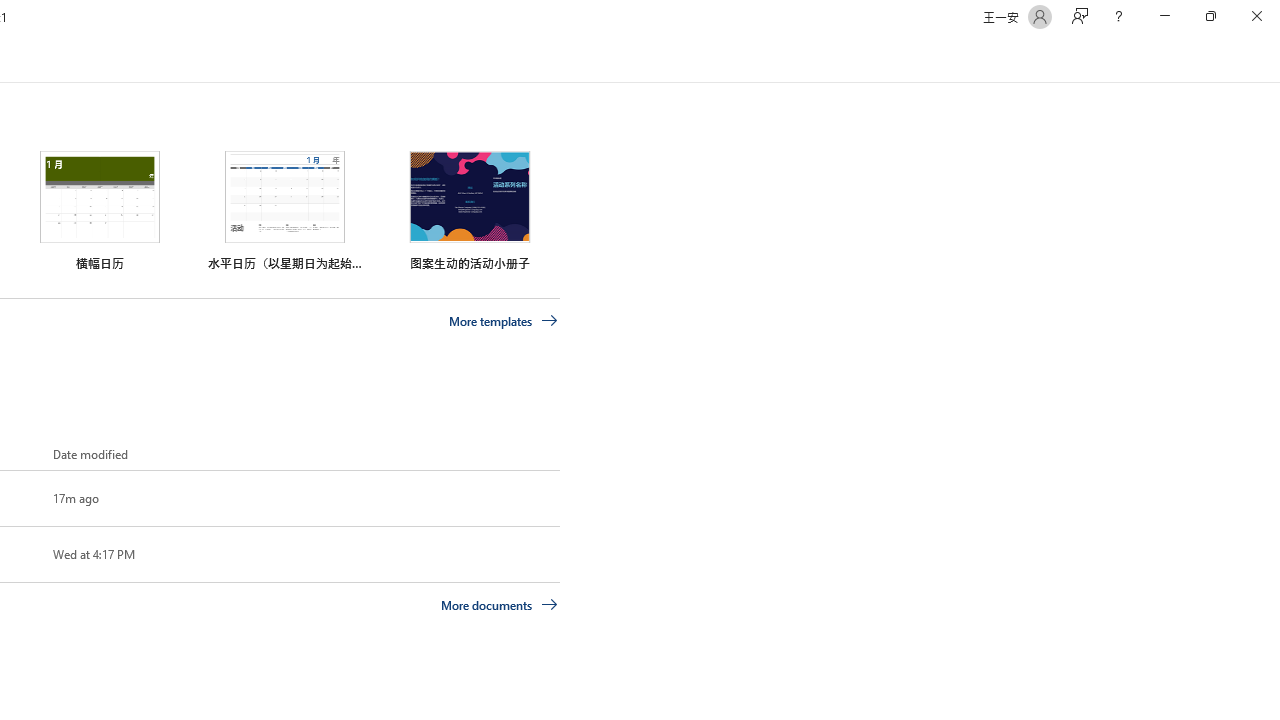 The height and width of the screenshot is (720, 1280). Describe the element at coordinates (1164, 16) in the screenshot. I see `'Minimize'` at that location.